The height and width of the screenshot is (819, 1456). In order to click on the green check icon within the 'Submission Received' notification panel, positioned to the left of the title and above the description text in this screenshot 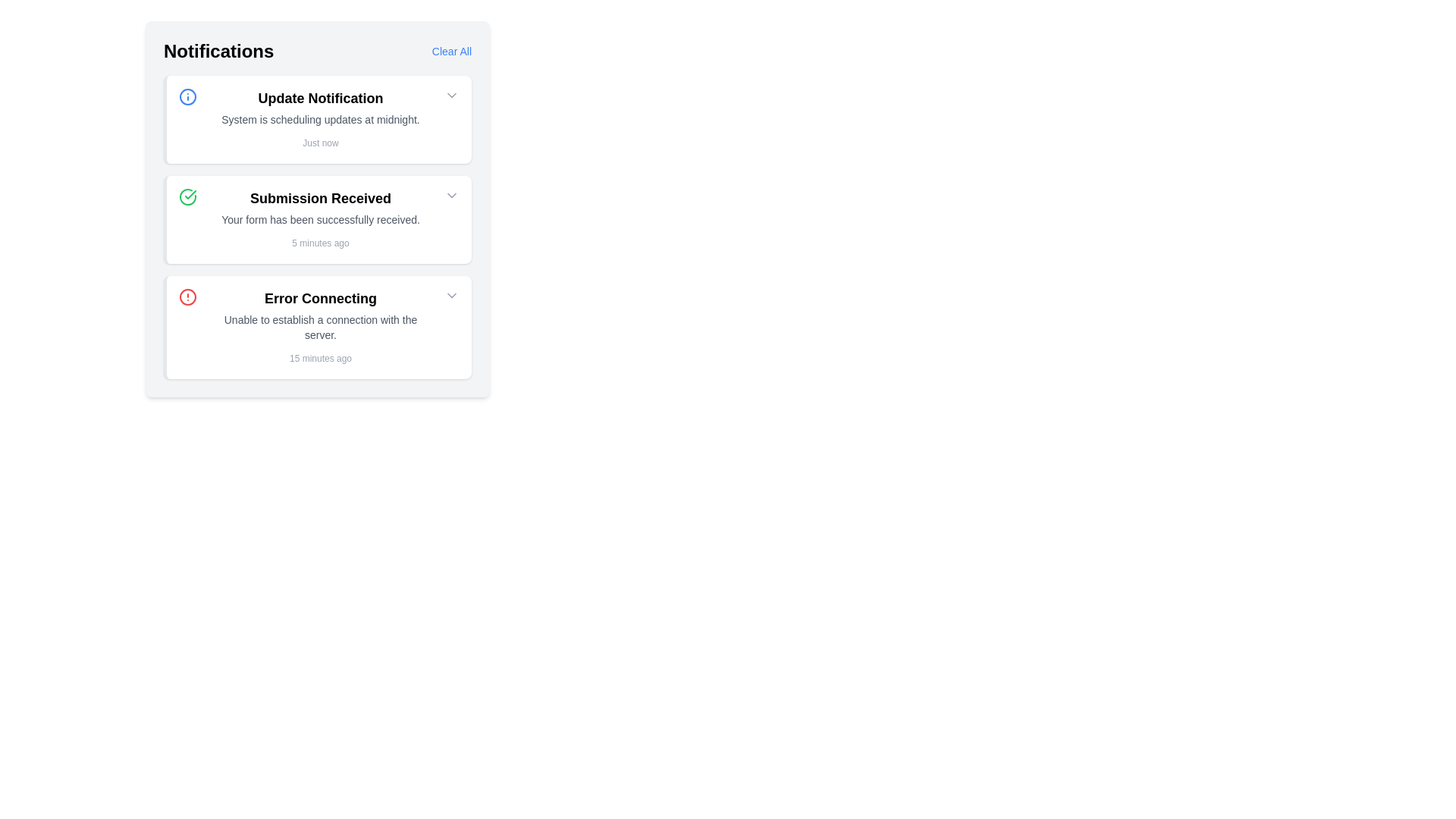, I will do `click(187, 196)`.